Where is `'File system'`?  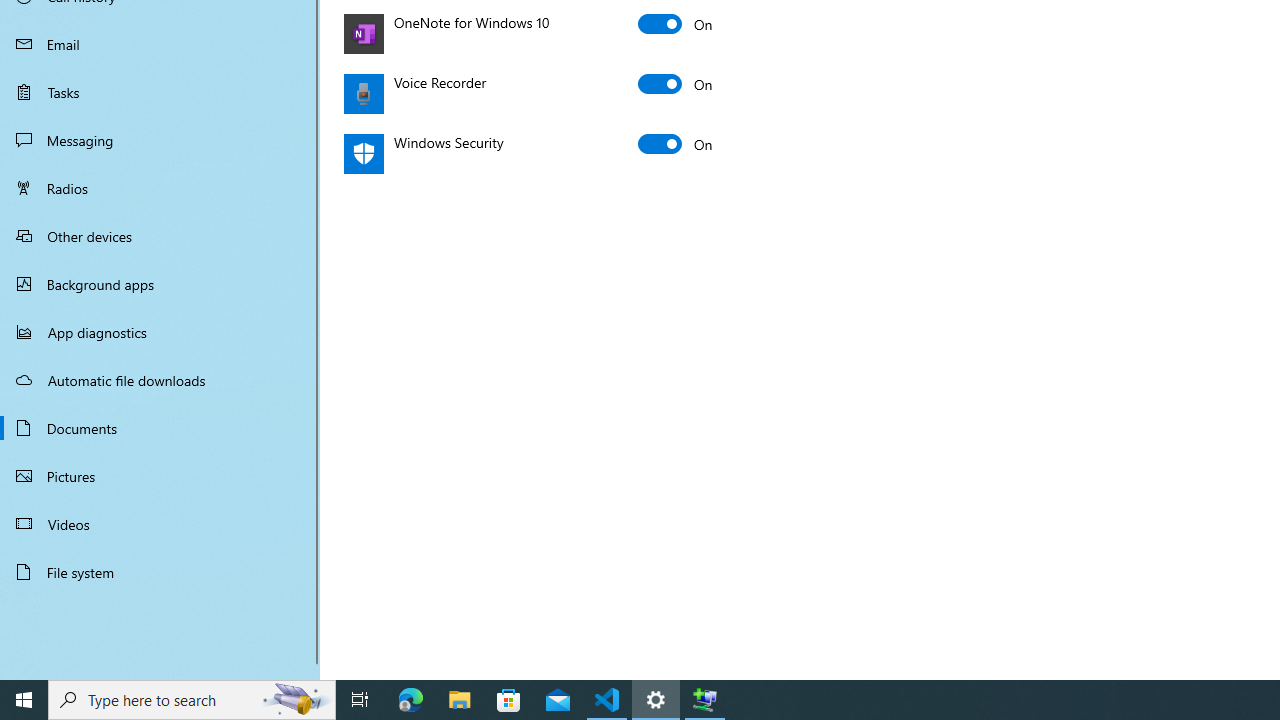 'File system' is located at coordinates (160, 572).